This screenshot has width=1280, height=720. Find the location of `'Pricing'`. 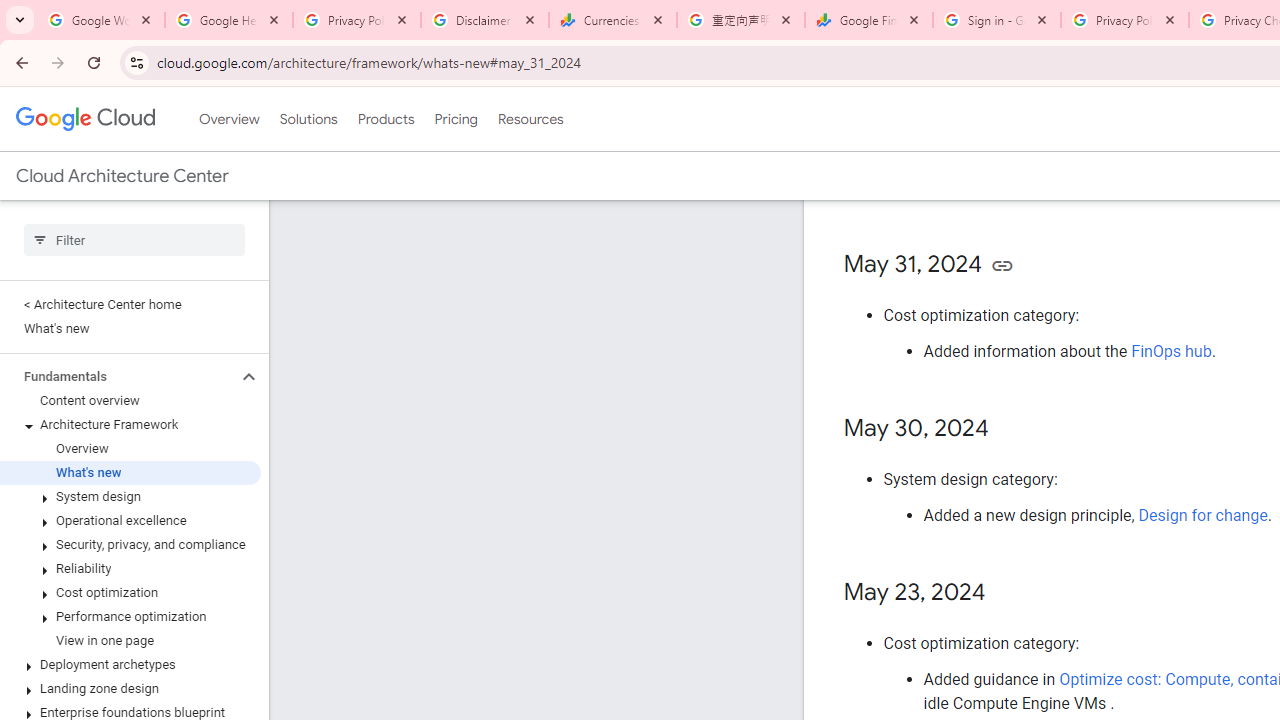

'Pricing' is located at coordinates (454, 119).